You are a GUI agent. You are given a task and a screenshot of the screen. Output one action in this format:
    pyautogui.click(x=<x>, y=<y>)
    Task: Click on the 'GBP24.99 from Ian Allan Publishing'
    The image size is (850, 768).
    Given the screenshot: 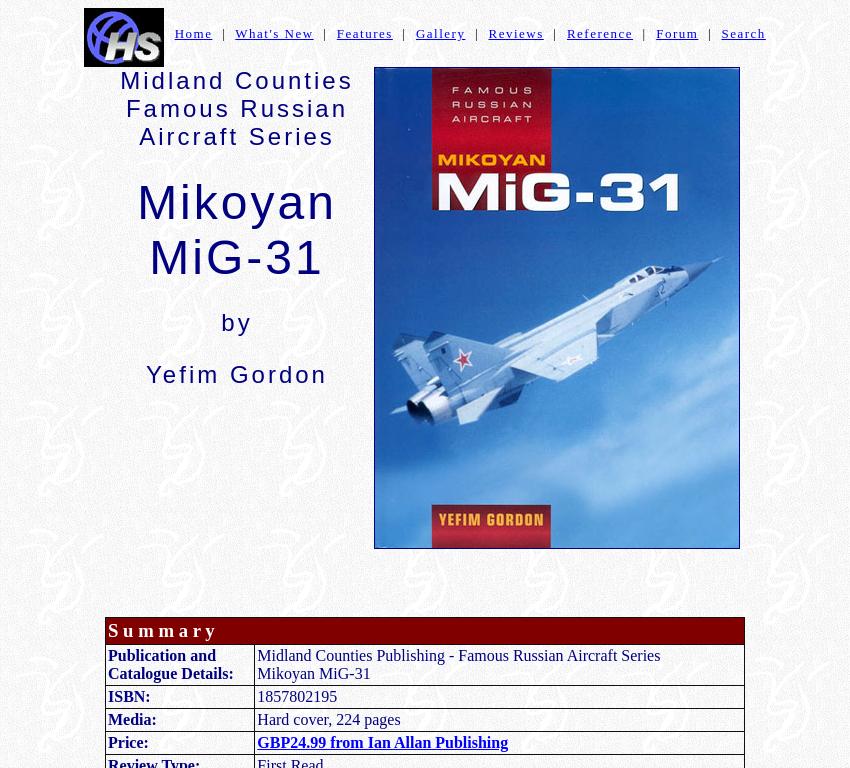 What is the action you would take?
    pyautogui.click(x=381, y=742)
    